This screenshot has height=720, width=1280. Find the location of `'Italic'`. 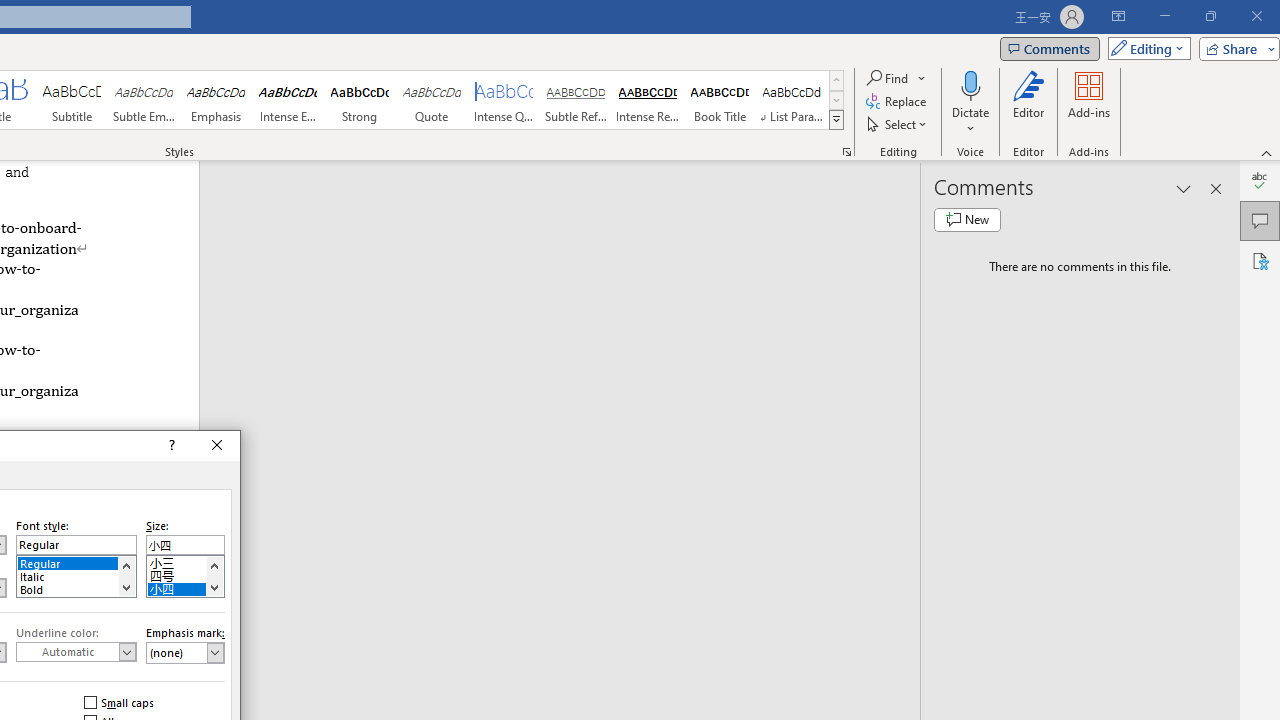

'Italic' is located at coordinates (76, 574).